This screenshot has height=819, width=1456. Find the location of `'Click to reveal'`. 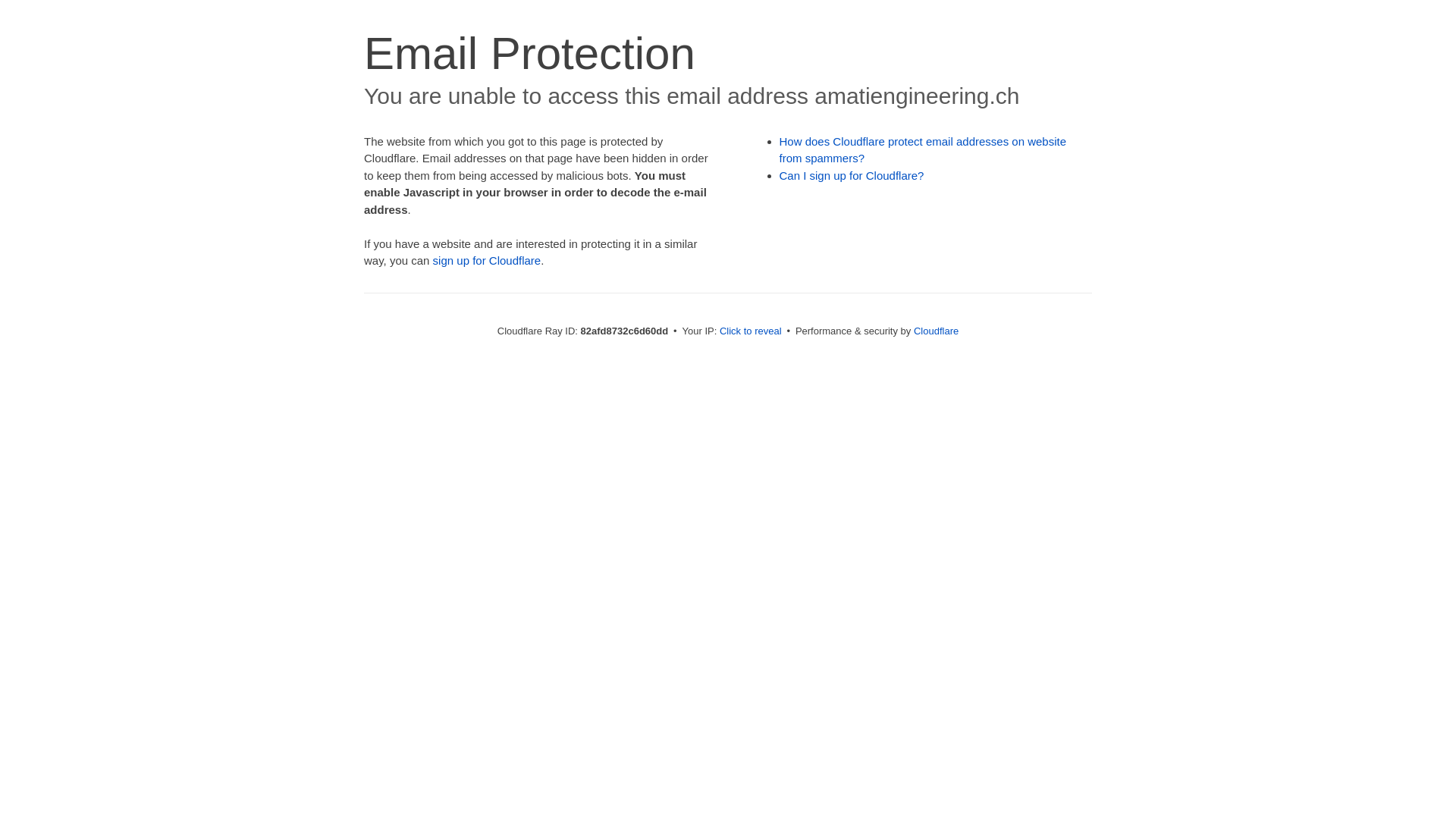

'Click to reveal' is located at coordinates (750, 330).